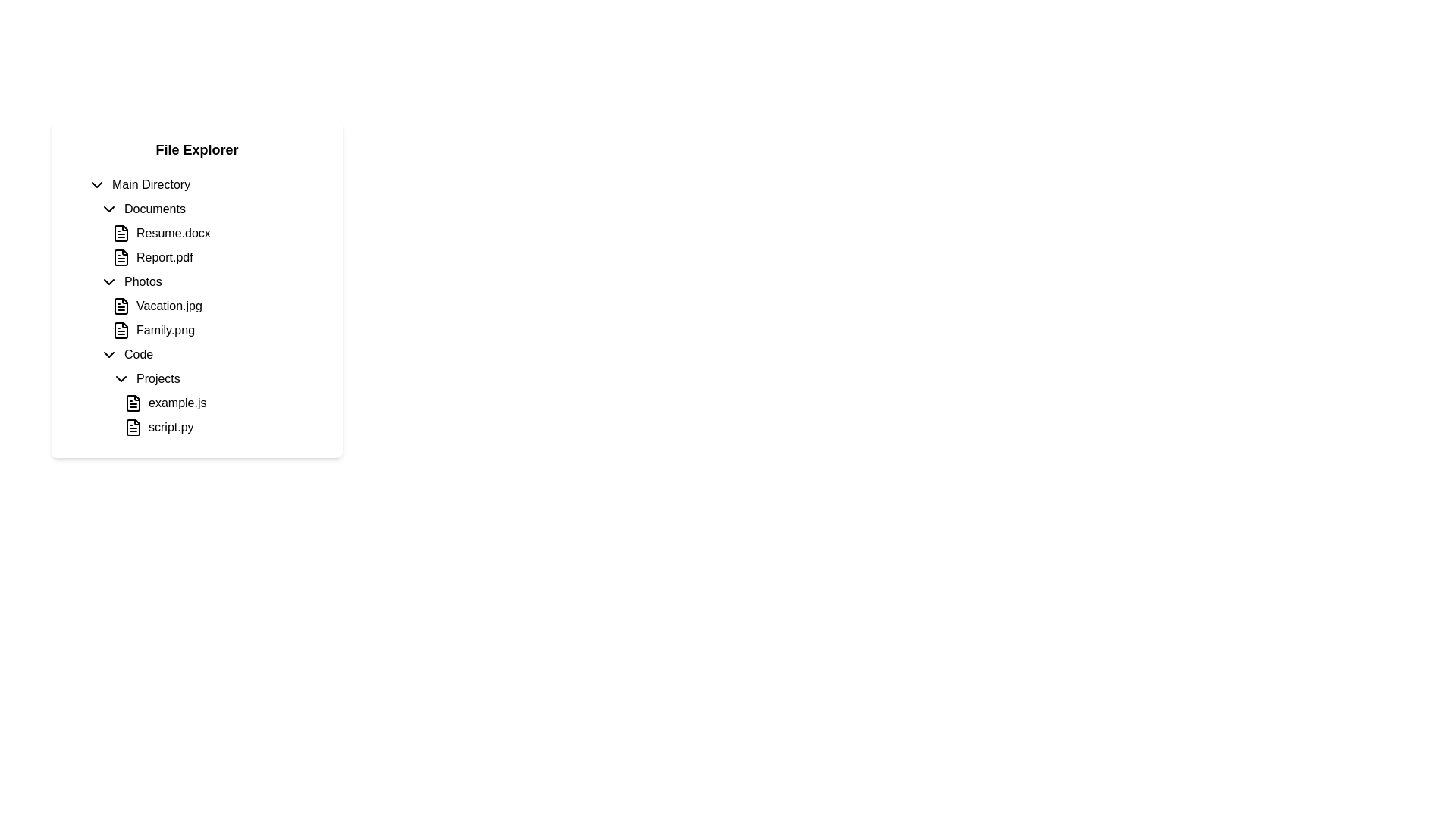  What do you see at coordinates (202, 184) in the screenshot?
I see `the 'Main Directory' expandable list item` at bounding box center [202, 184].